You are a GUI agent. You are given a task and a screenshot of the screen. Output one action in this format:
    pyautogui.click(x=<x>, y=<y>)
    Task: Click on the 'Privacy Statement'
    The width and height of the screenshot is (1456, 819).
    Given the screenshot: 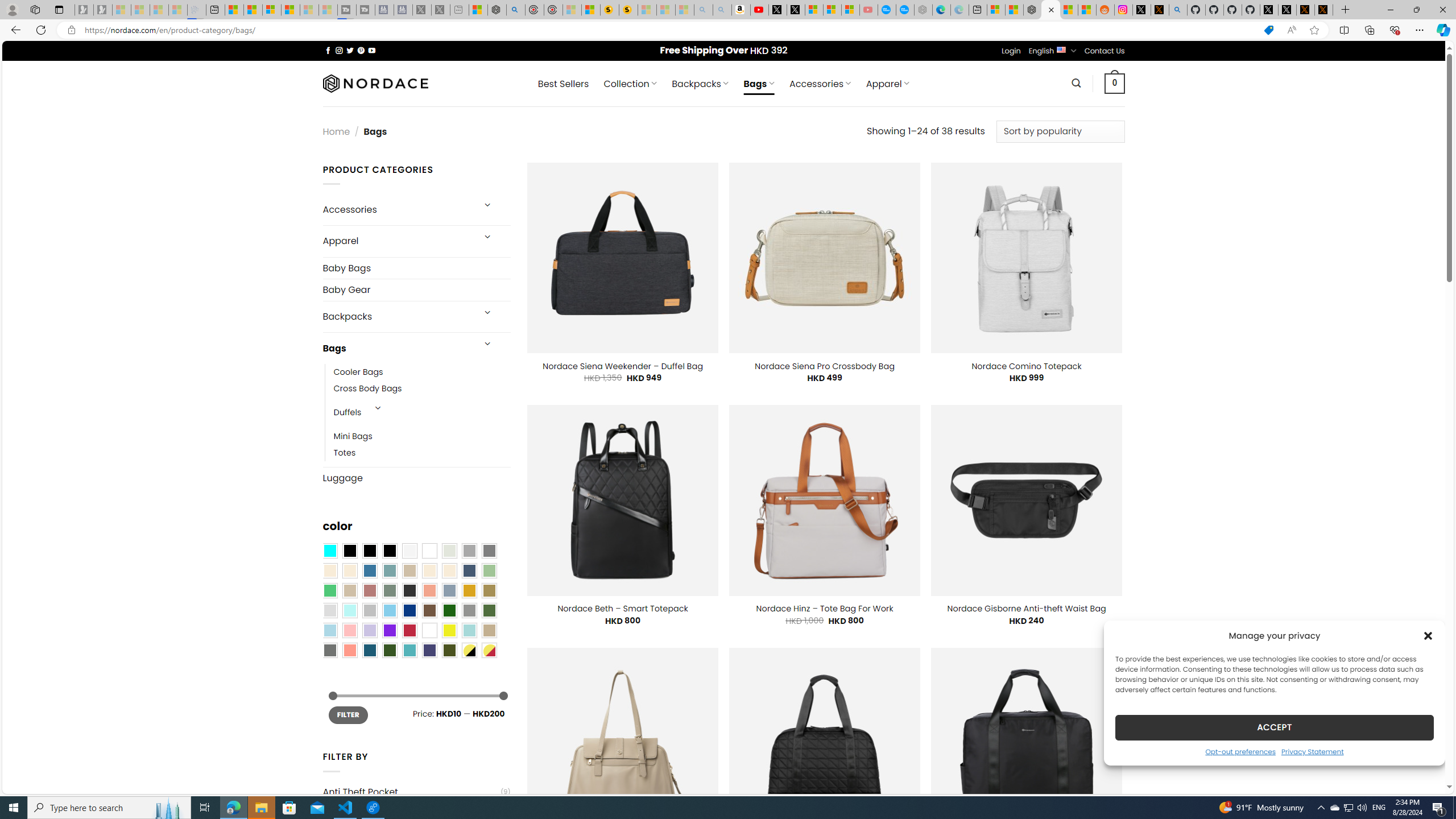 What is the action you would take?
    pyautogui.click(x=1312, y=751)
    